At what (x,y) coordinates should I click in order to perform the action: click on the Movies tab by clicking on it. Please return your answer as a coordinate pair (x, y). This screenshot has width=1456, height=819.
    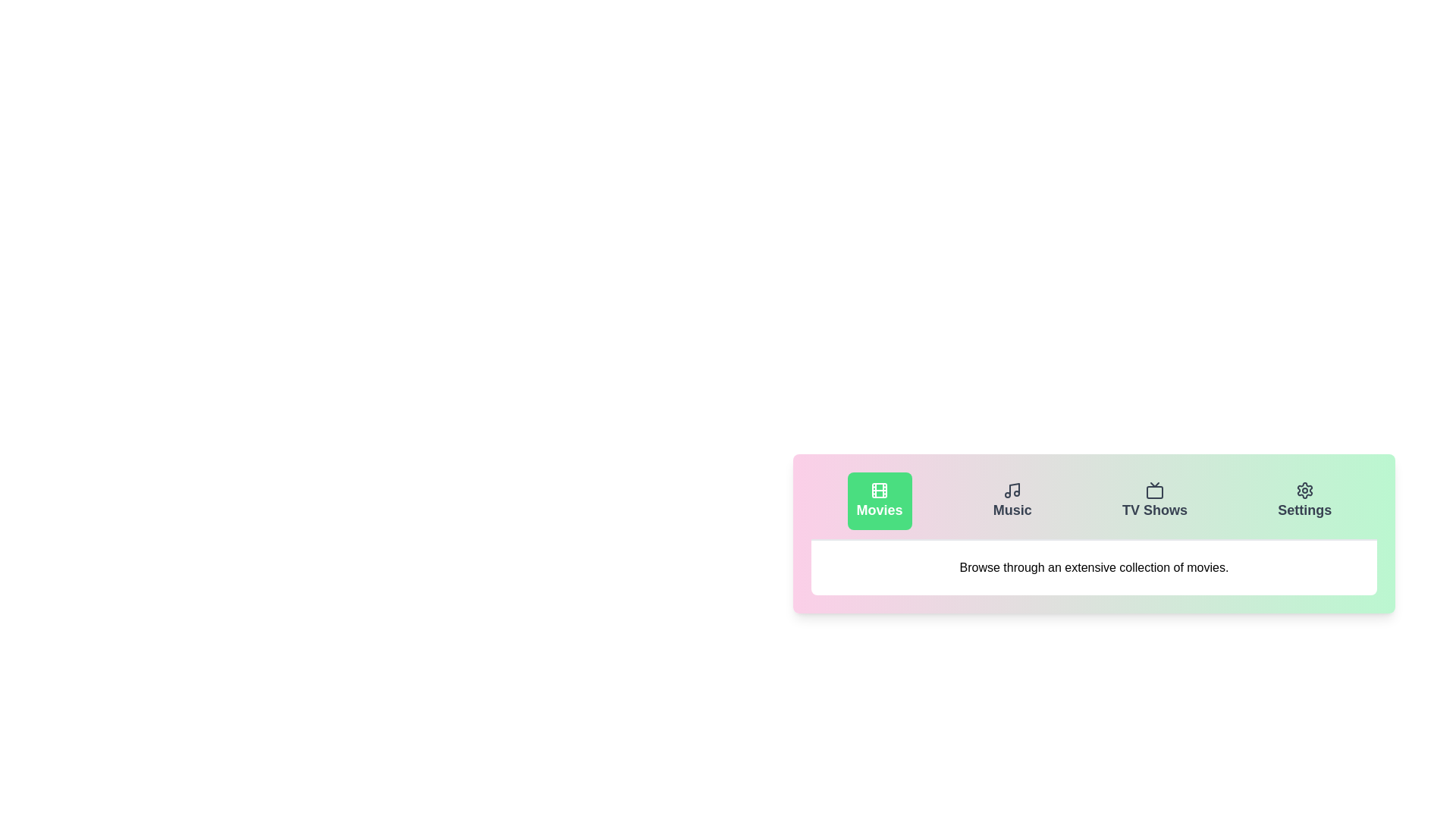
    Looking at the image, I should click on (880, 500).